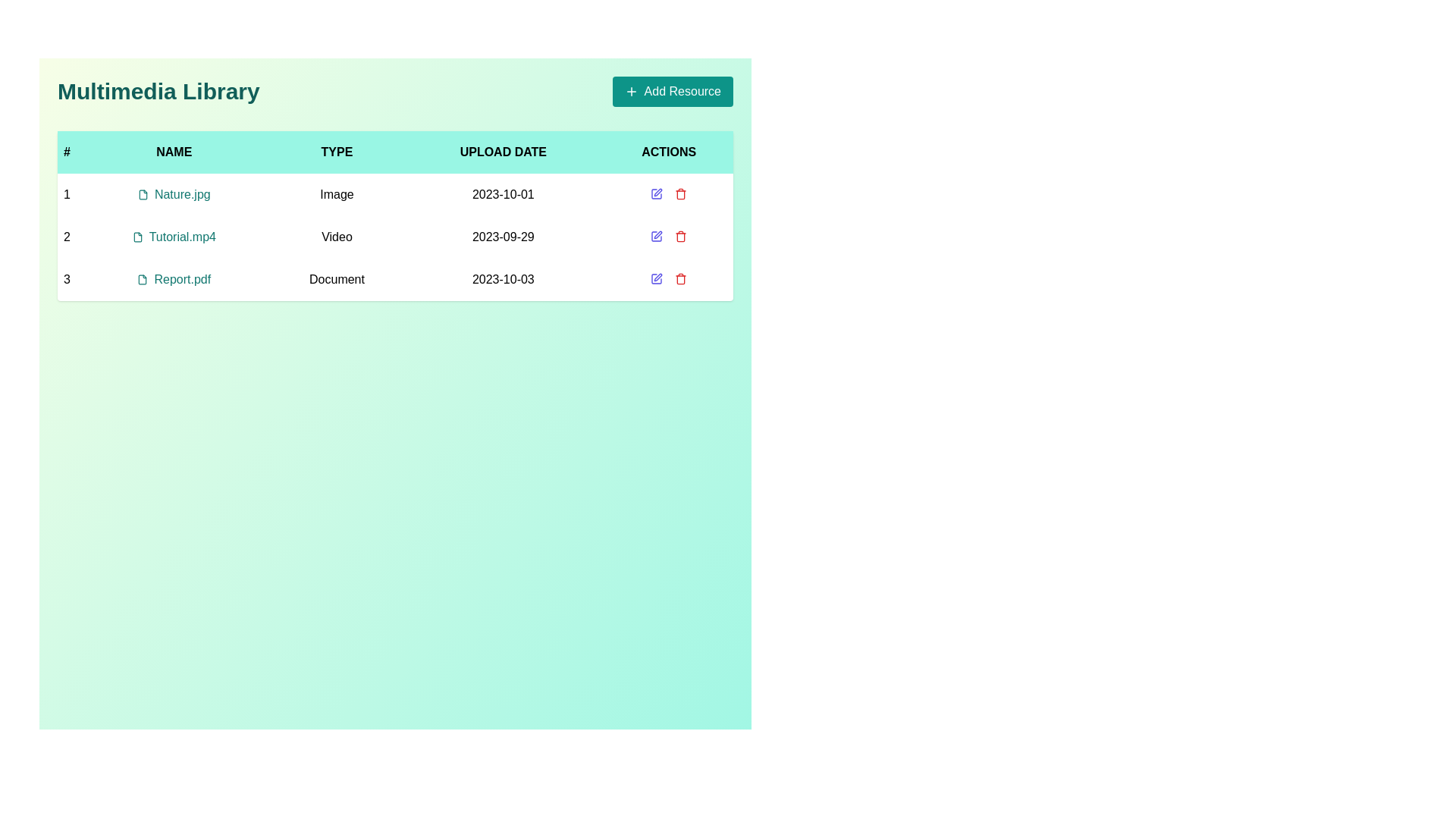 The width and height of the screenshot is (1456, 819). I want to click on the bin icon in the second row of the 'Actions' column, so click(679, 237).